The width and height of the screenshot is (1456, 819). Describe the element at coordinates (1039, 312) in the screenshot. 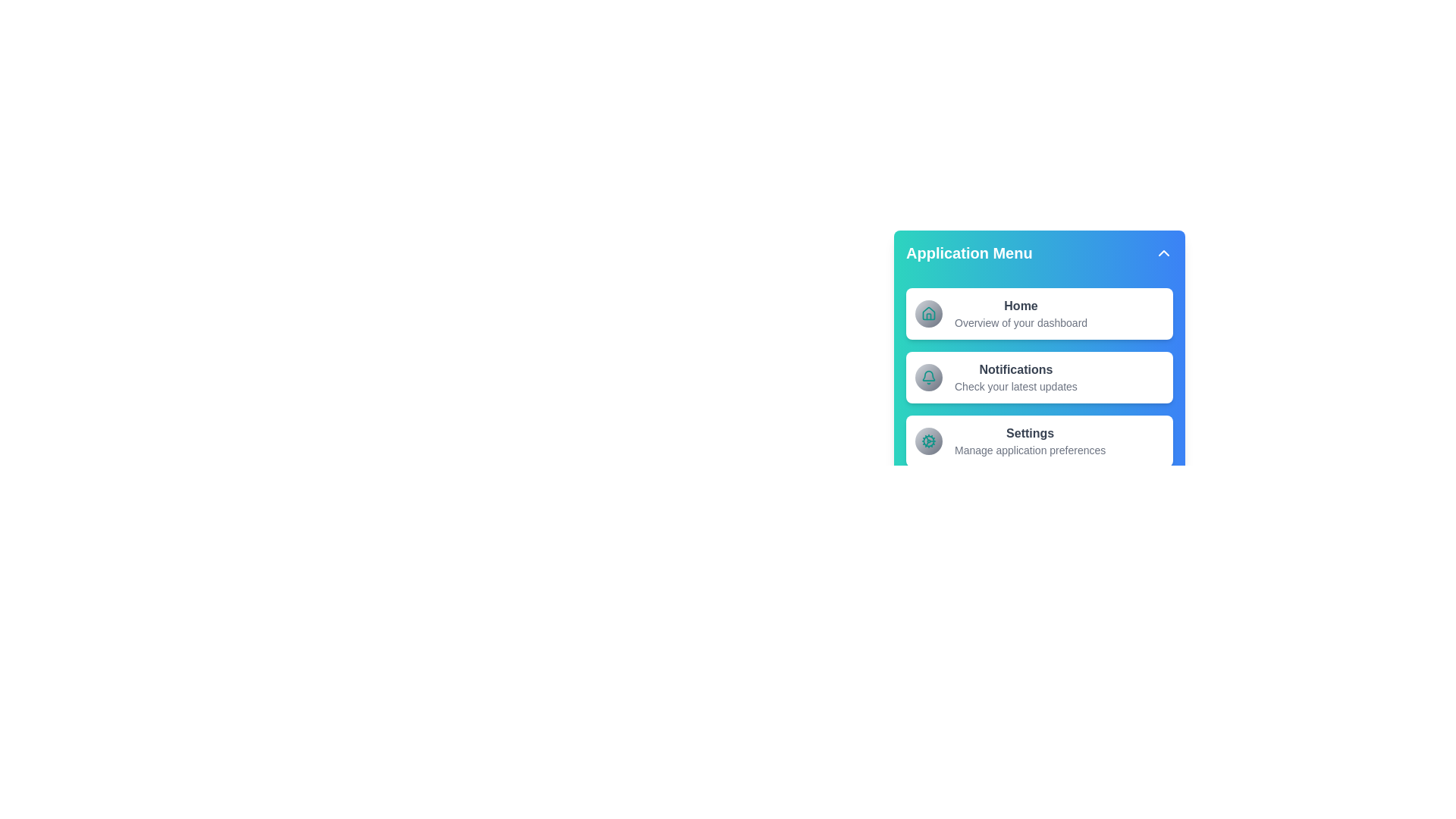

I see `the menu item Home to navigate to its respective section` at that location.